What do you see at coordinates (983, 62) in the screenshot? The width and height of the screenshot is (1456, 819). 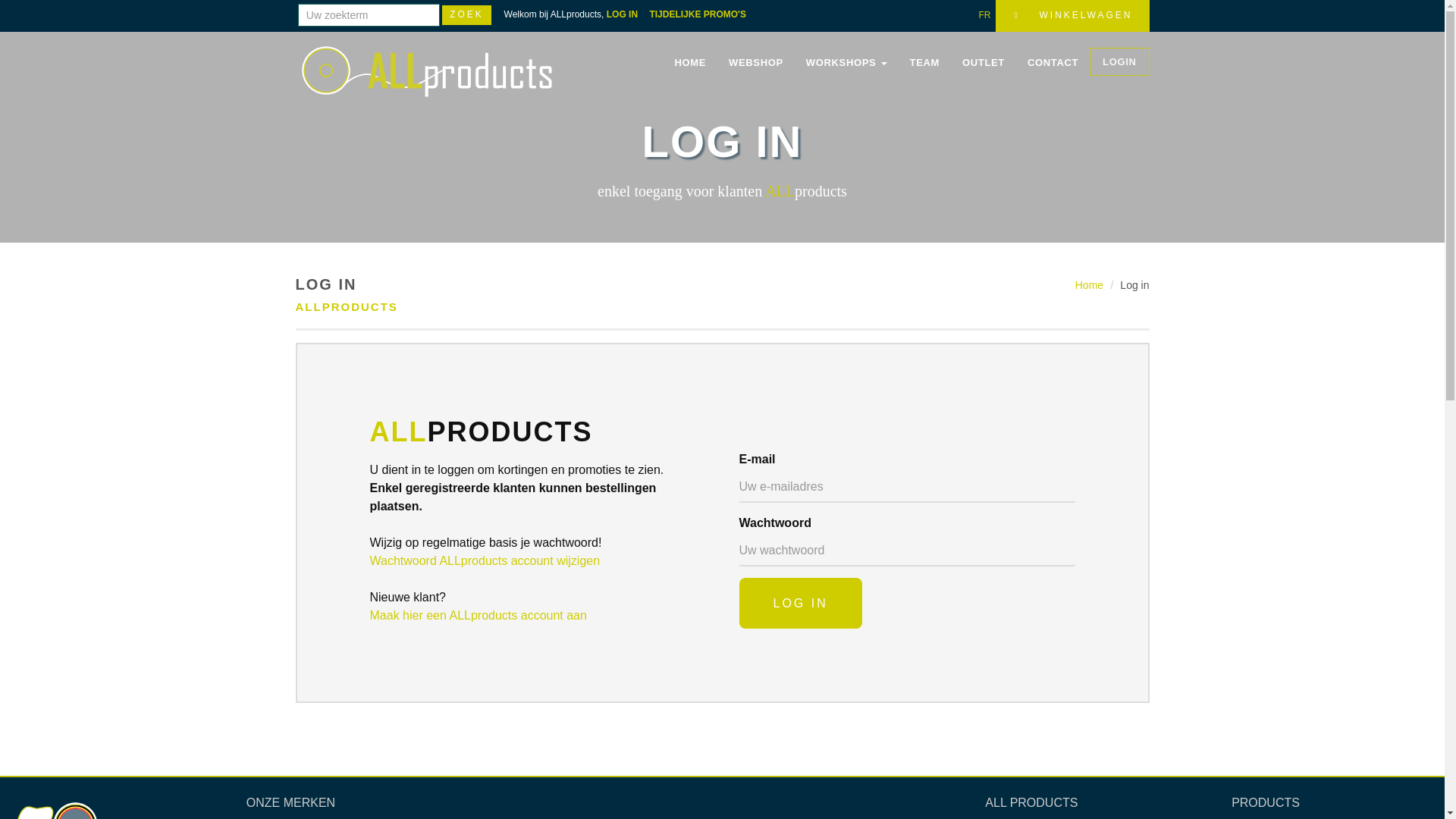 I see `'OUTLET'` at bounding box center [983, 62].